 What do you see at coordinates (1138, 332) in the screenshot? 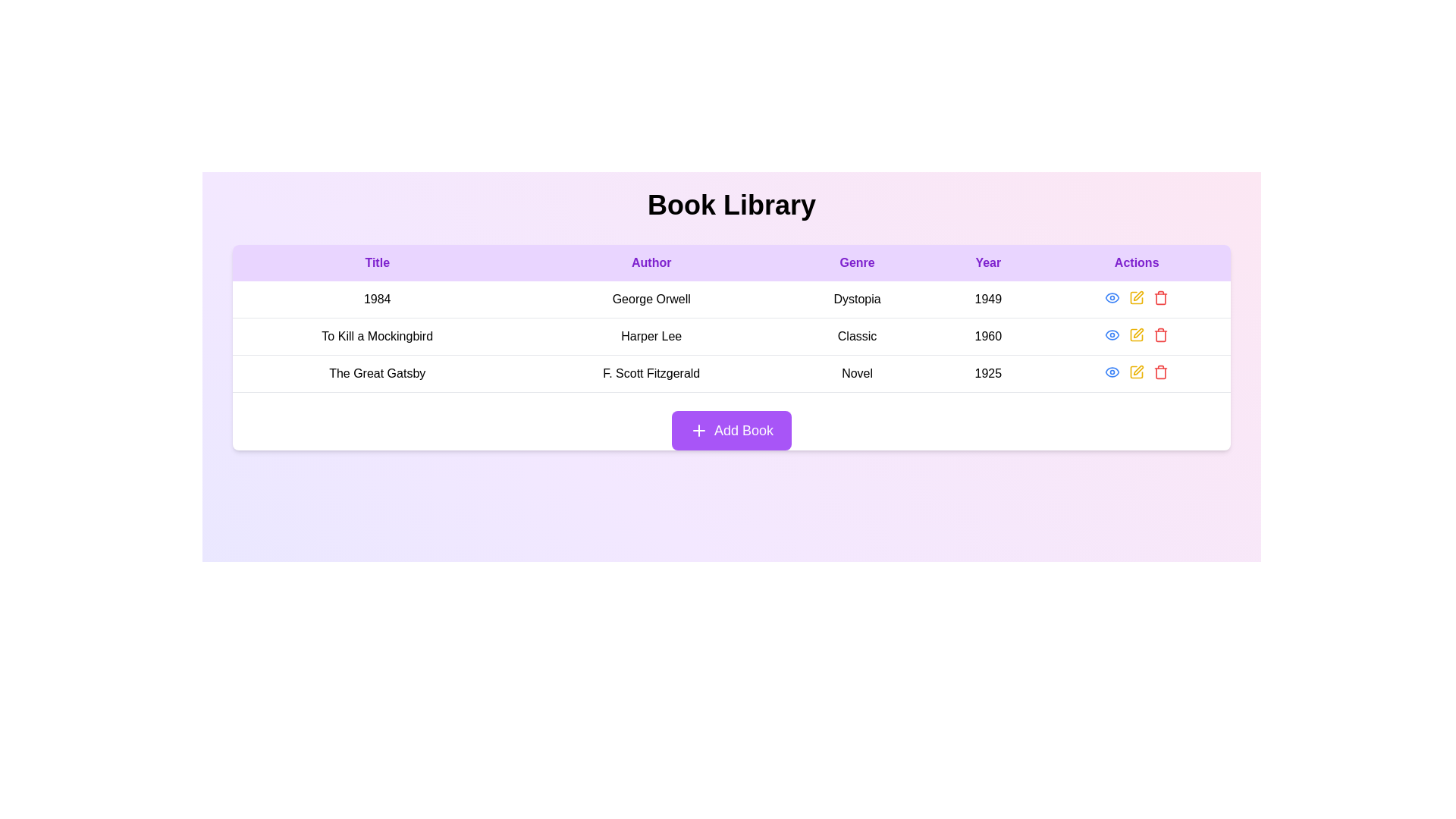
I see `the yellow pen icon in the 'Actions' column of the second row for the book 'To Kill a Mockingbird'` at bounding box center [1138, 332].